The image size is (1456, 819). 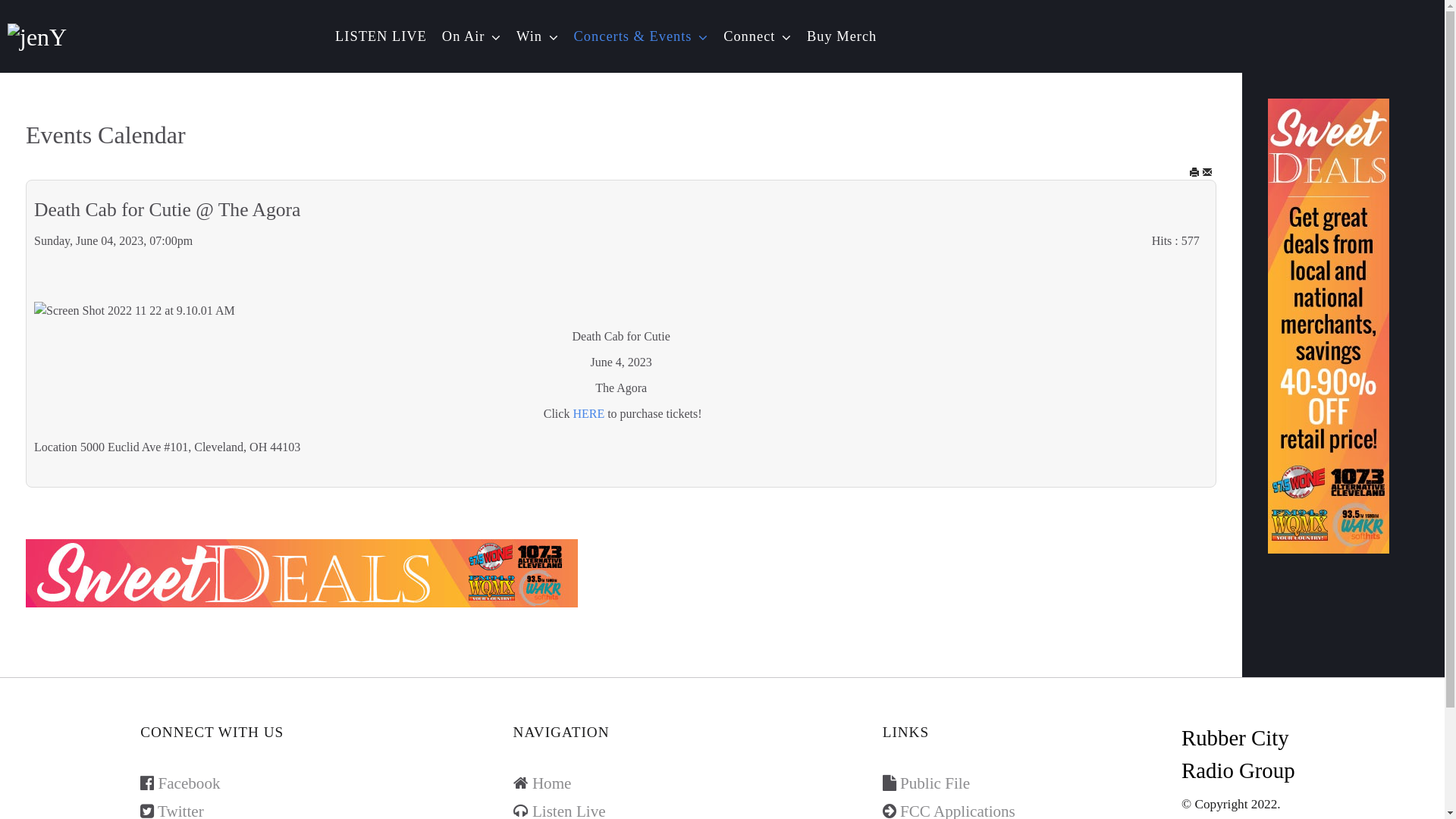 I want to click on 'Connect', so click(x=757, y=35).